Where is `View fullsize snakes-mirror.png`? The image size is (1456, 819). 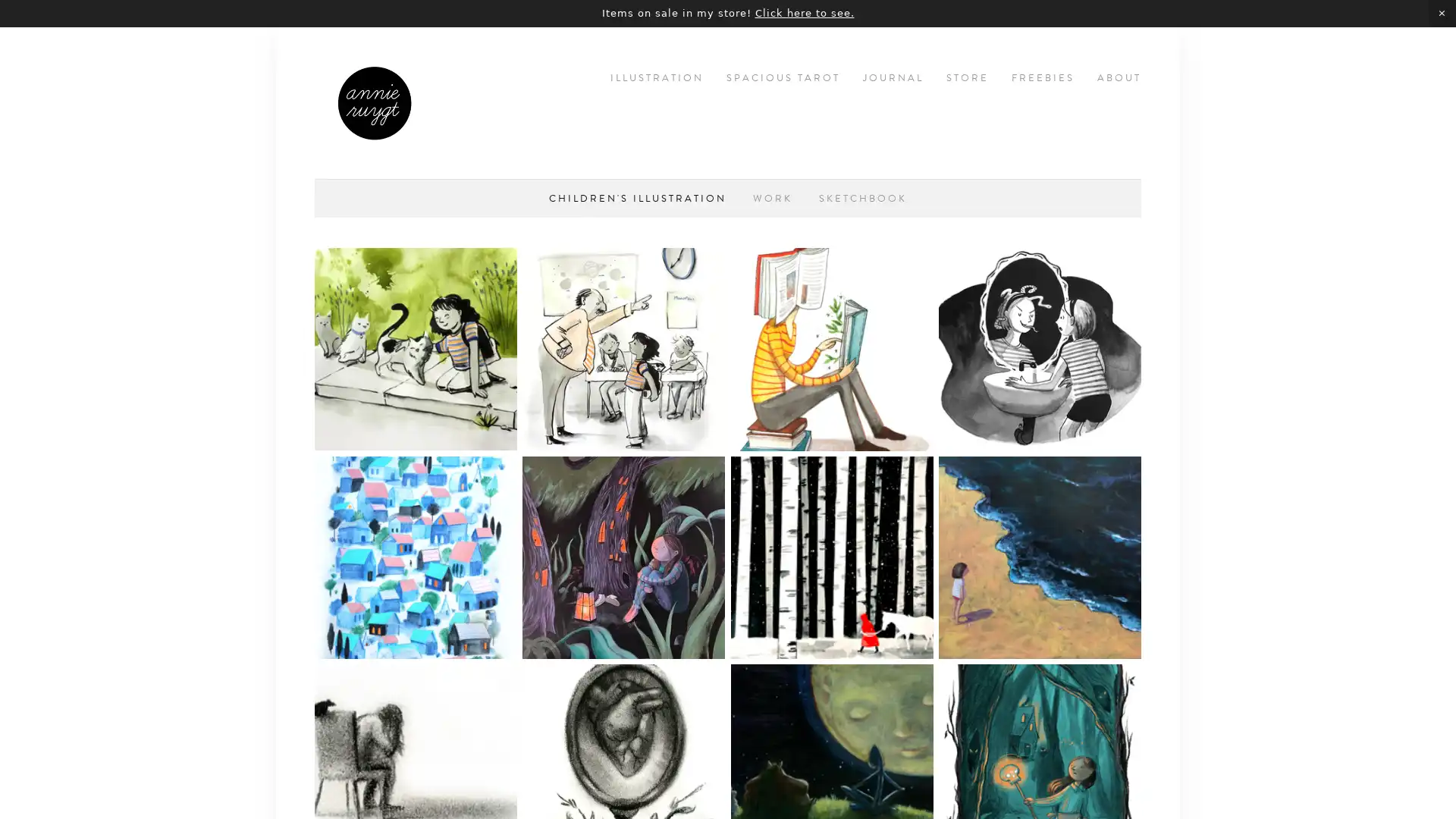 View fullsize snakes-mirror.png is located at coordinates (1039, 349).